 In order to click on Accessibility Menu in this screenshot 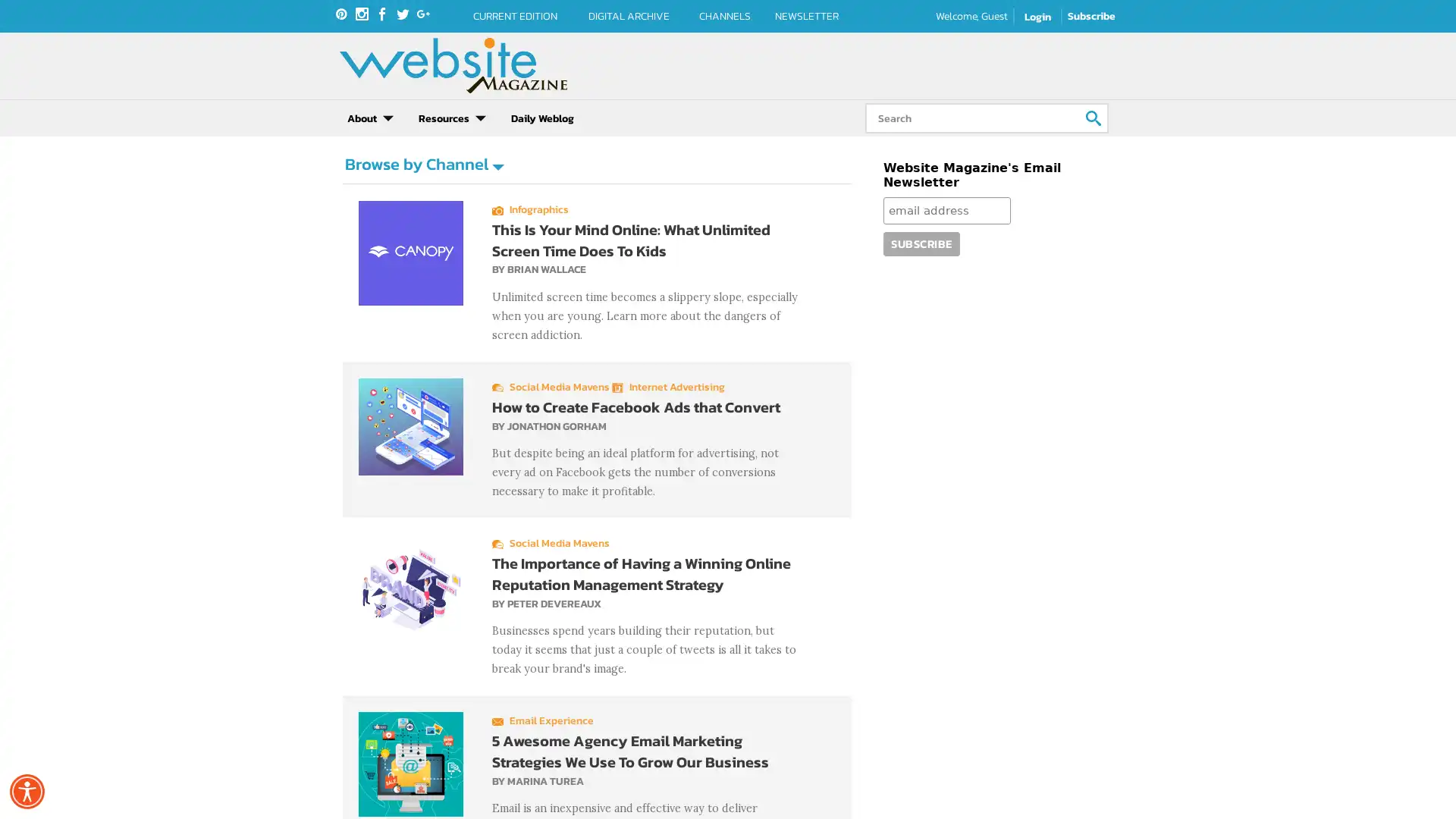, I will do `click(27, 791)`.